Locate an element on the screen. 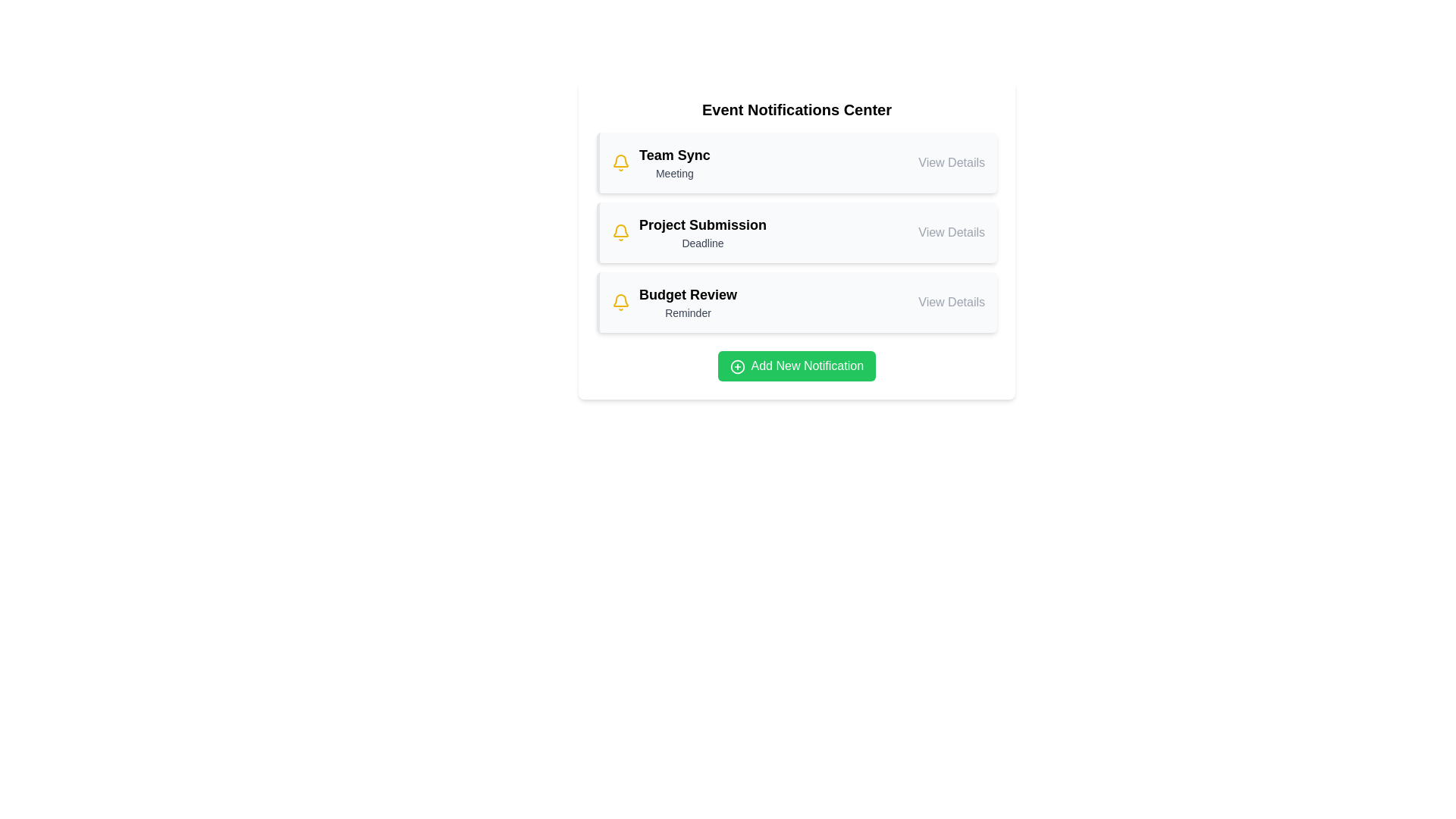 The image size is (1456, 819). the text block of the first notification item containing the title 'Team Sync' and the text 'Meeting', located under 'Event Notifications Center' is located at coordinates (673, 163).